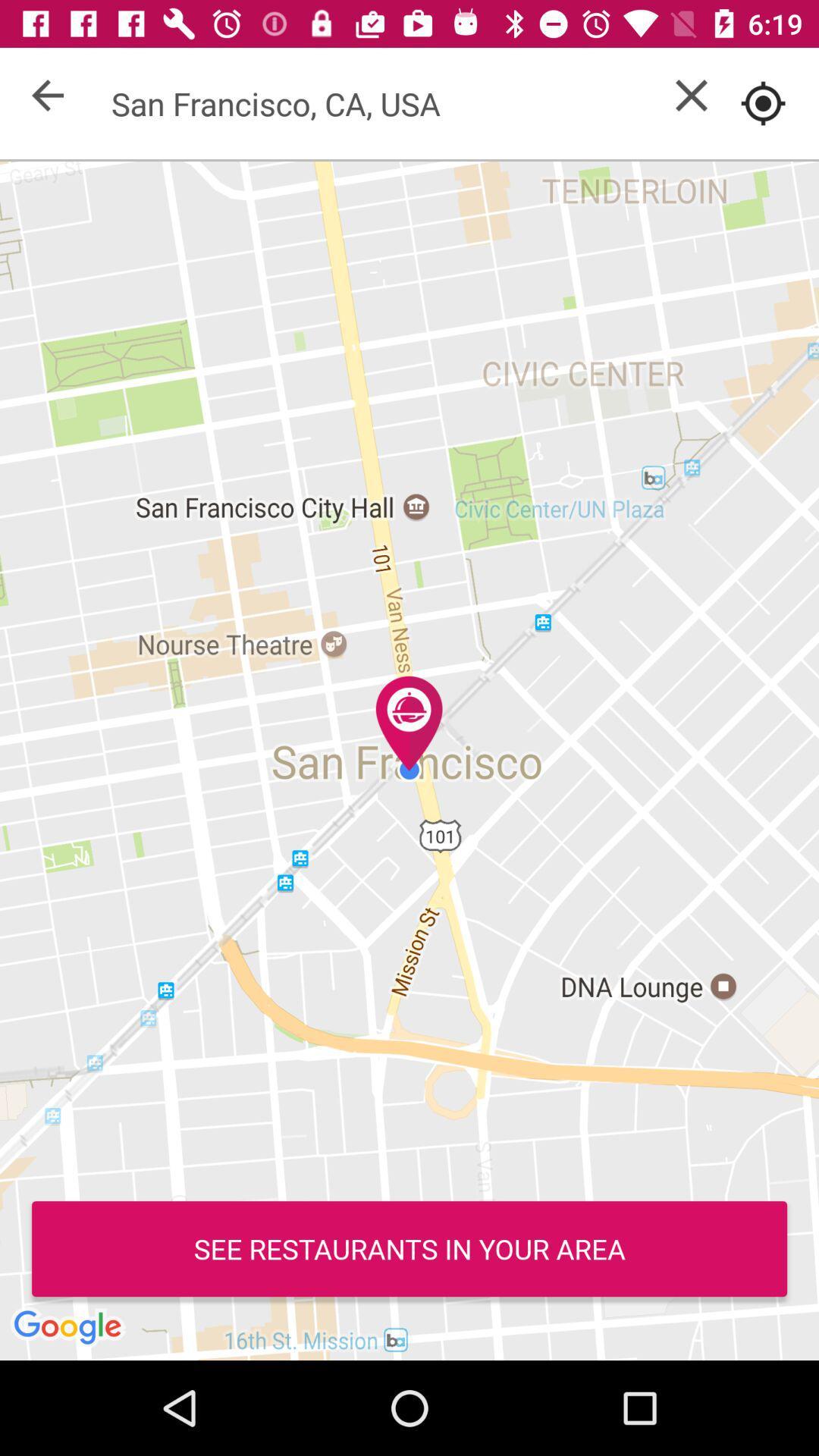 The image size is (819, 1456). I want to click on mark map, so click(763, 102).